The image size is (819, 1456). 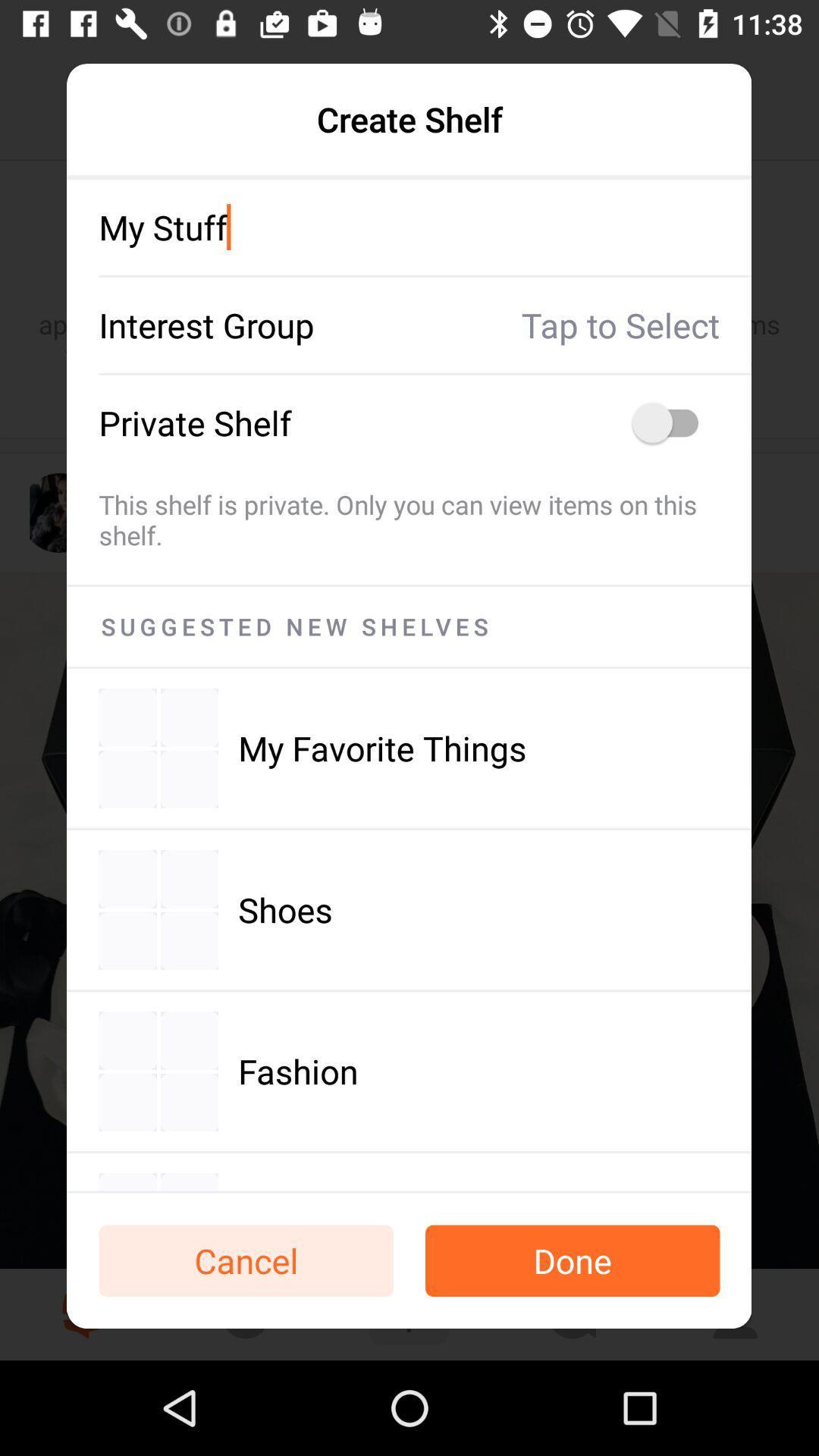 I want to click on turn on private shelf, so click(x=672, y=422).